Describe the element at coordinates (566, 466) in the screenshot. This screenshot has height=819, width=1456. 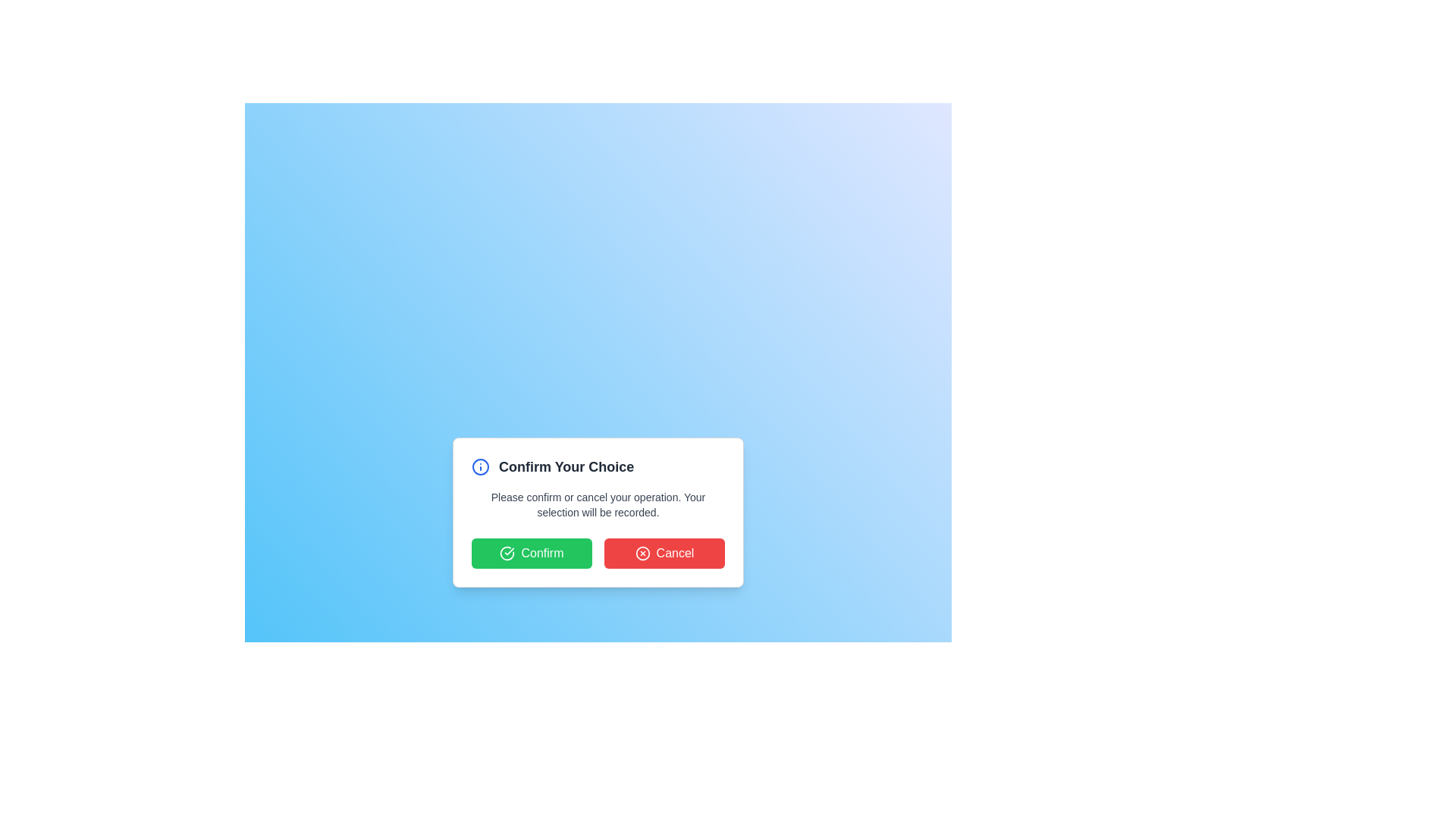
I see `the prominently styled text label that reads 'Confirm Your Choice' within the modal dialog box` at that location.